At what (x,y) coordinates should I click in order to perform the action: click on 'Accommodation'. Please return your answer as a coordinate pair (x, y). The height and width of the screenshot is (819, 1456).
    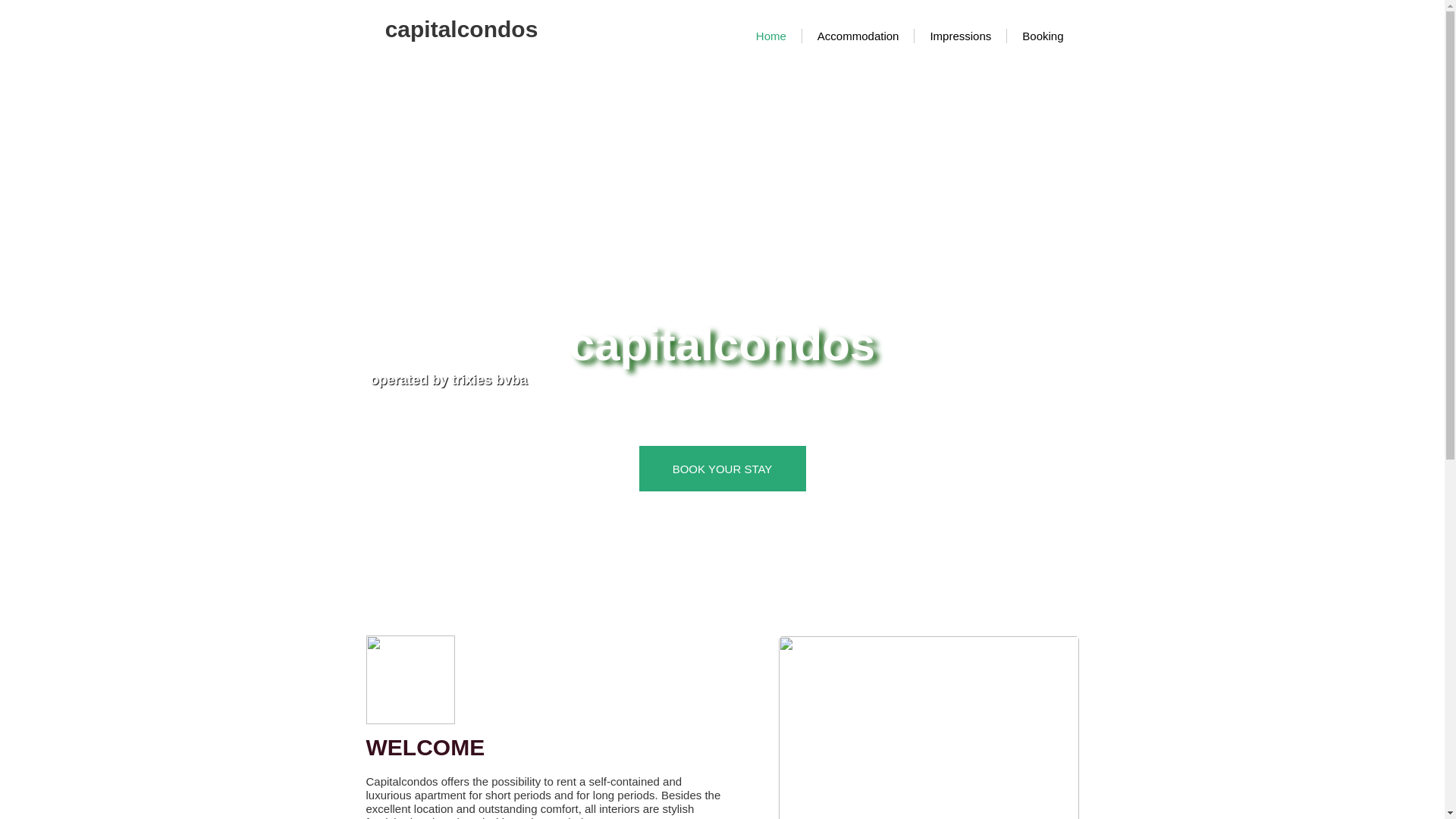
    Looking at the image, I should click on (858, 35).